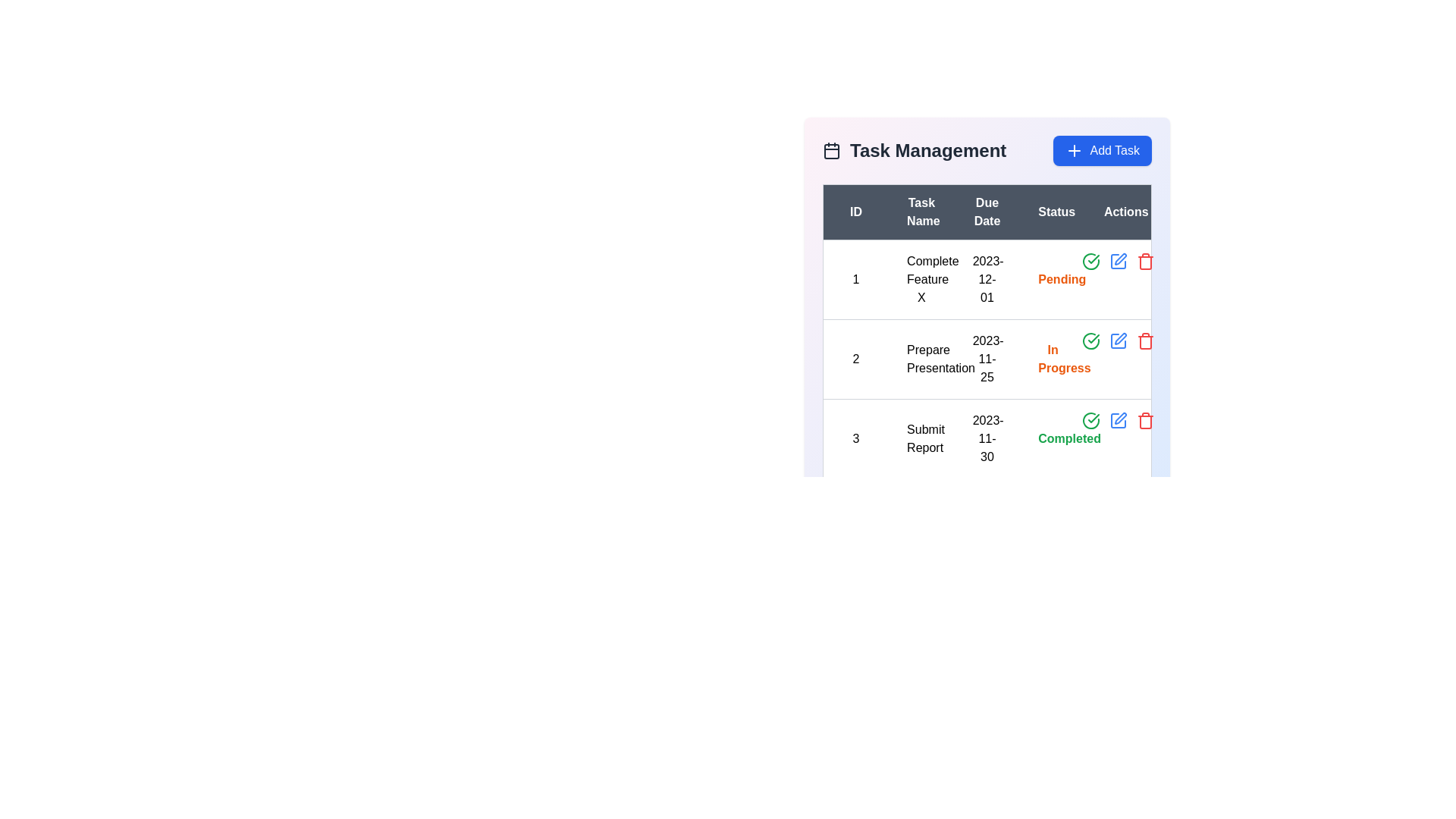  I want to click on the 'Due Date' table header cell, which is the third header cell in the table's header row, styled with a dark background and containing white text, so click(987, 212).